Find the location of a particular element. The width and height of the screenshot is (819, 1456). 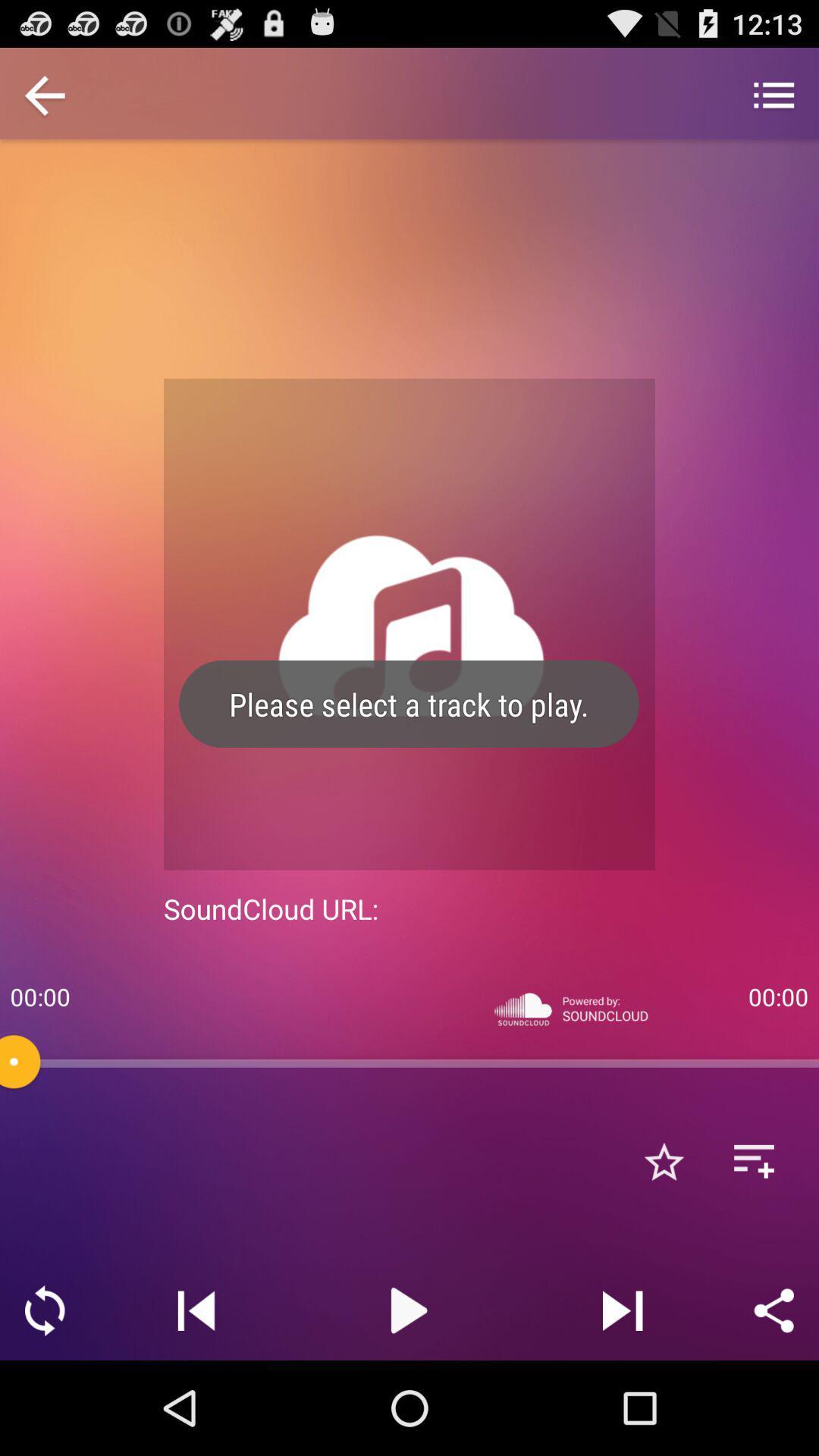

item at the top left corner is located at coordinates (44, 96).